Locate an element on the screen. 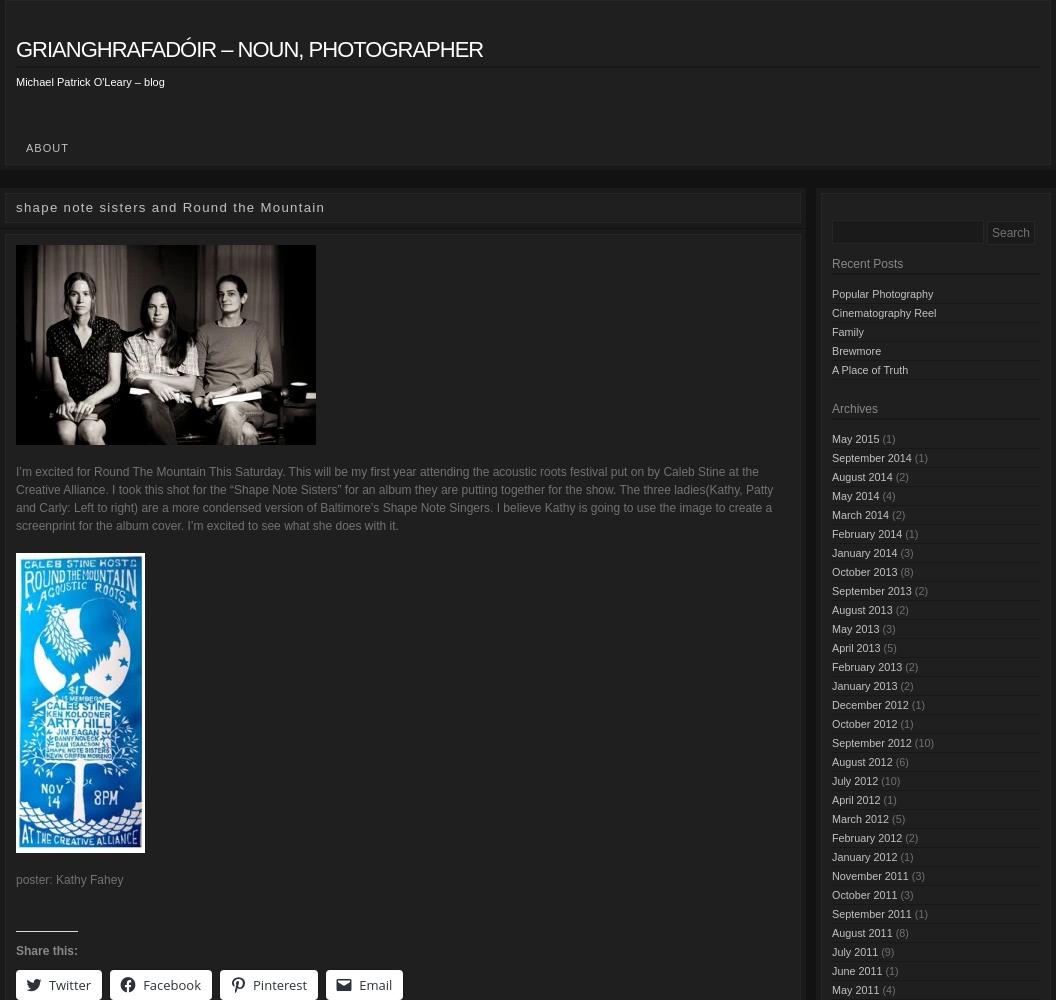 This screenshot has width=1056, height=1000. 'May 2015' is located at coordinates (855, 438).